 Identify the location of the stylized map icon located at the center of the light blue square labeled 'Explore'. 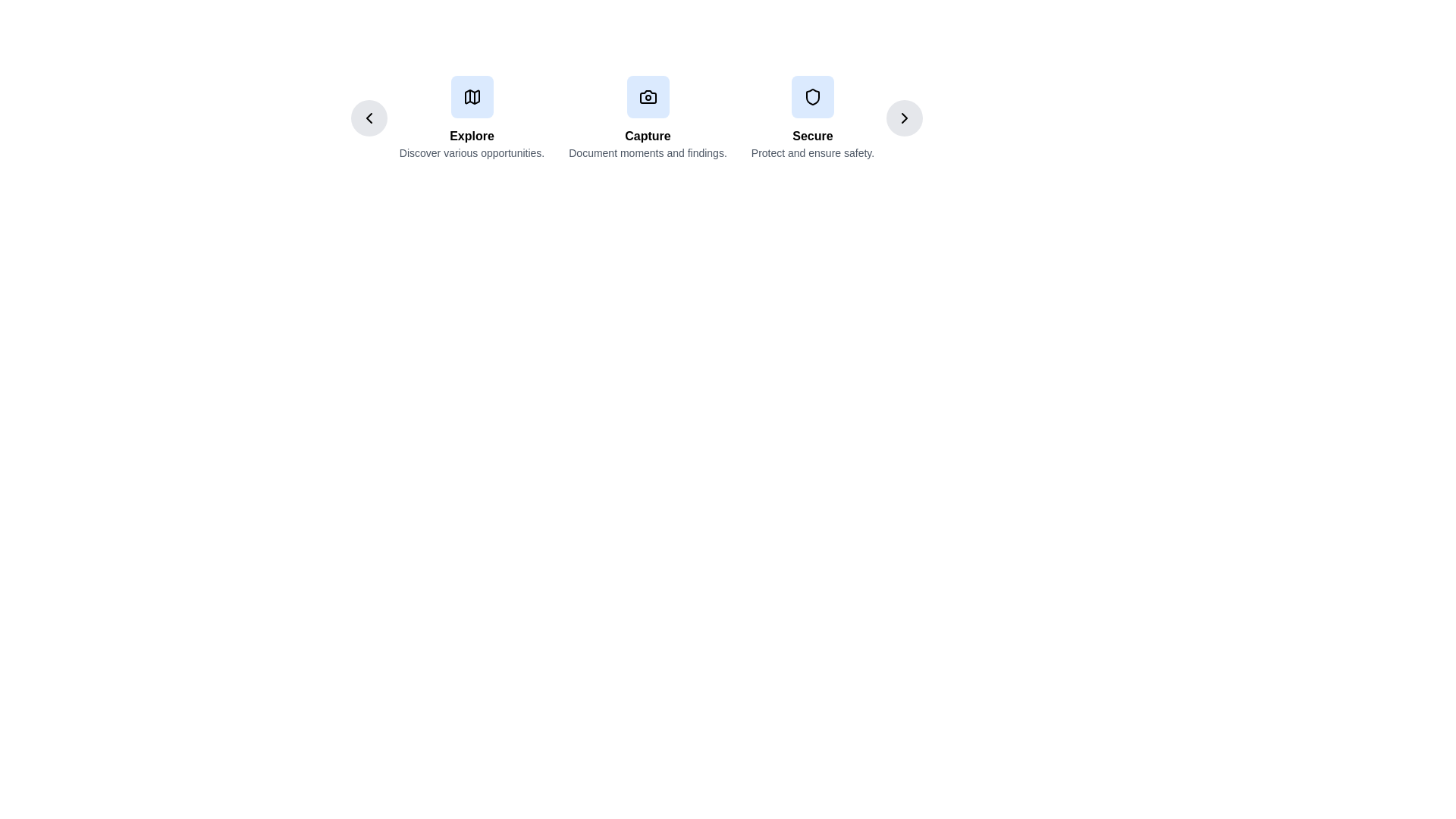
(471, 96).